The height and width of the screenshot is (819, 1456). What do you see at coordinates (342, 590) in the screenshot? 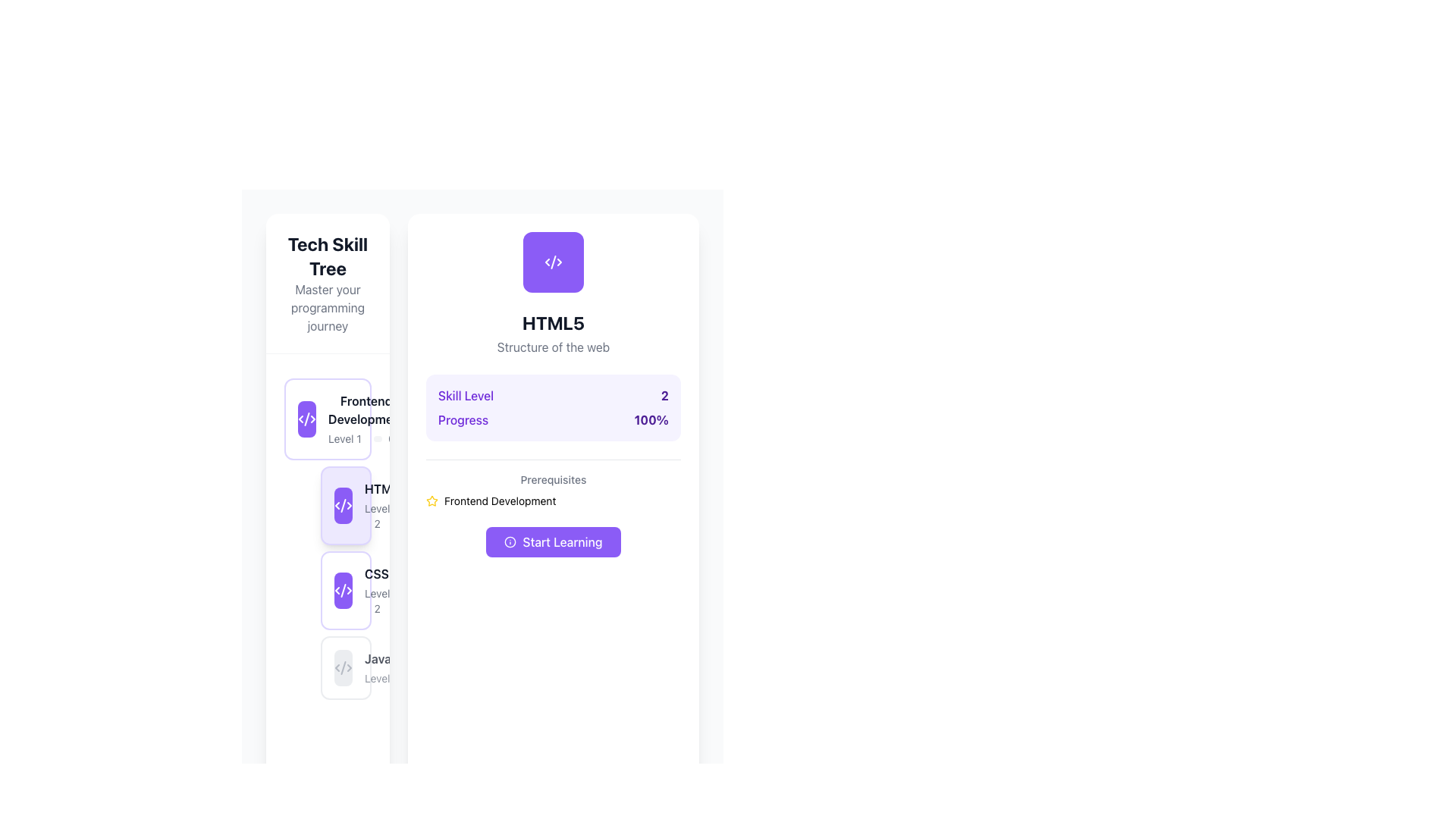
I see `the CSS3 icon located to the left of the text 'CSS3 Level 2 80%'` at bounding box center [342, 590].